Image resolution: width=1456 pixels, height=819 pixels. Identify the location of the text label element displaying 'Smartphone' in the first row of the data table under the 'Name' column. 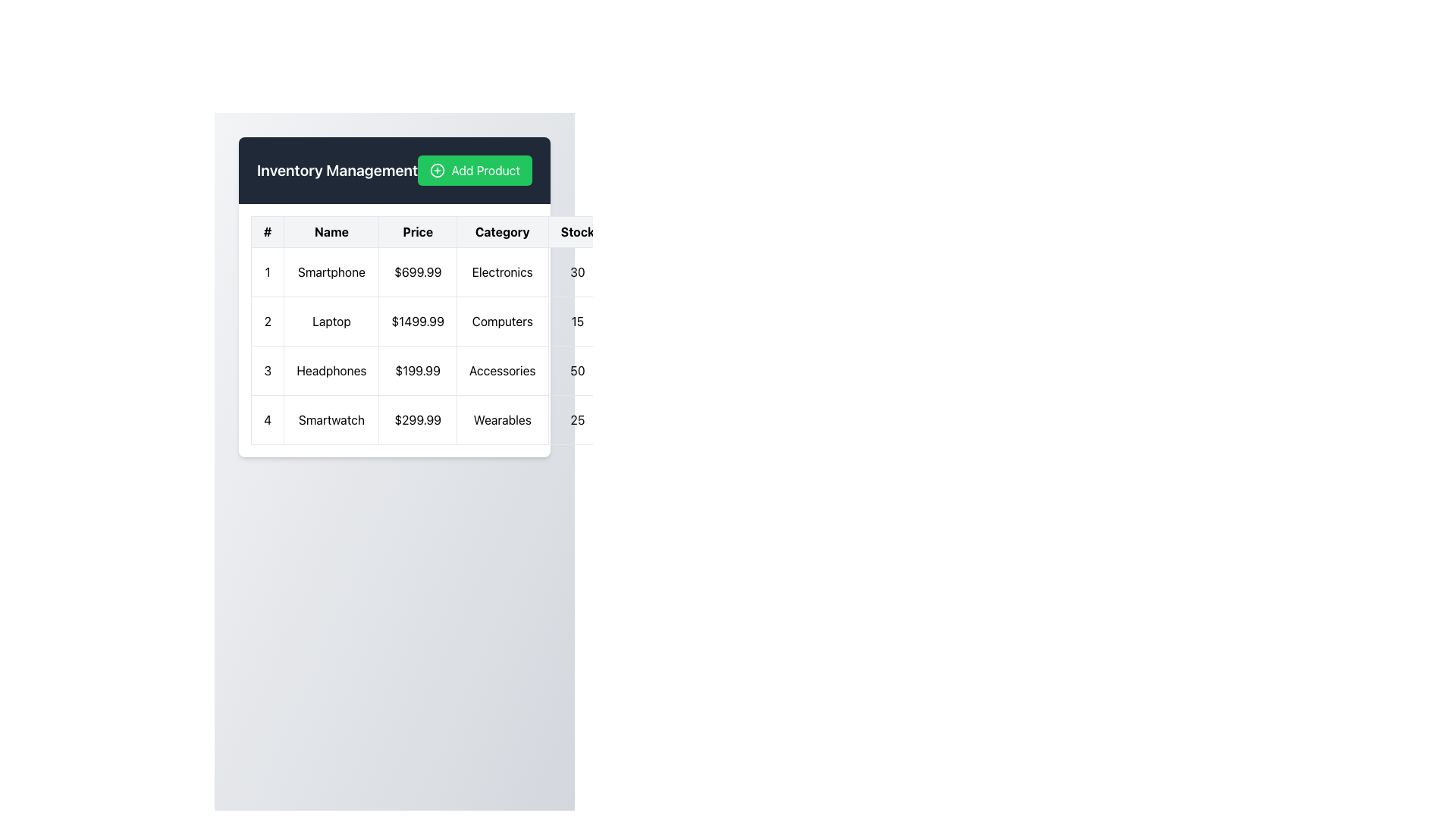
(331, 271).